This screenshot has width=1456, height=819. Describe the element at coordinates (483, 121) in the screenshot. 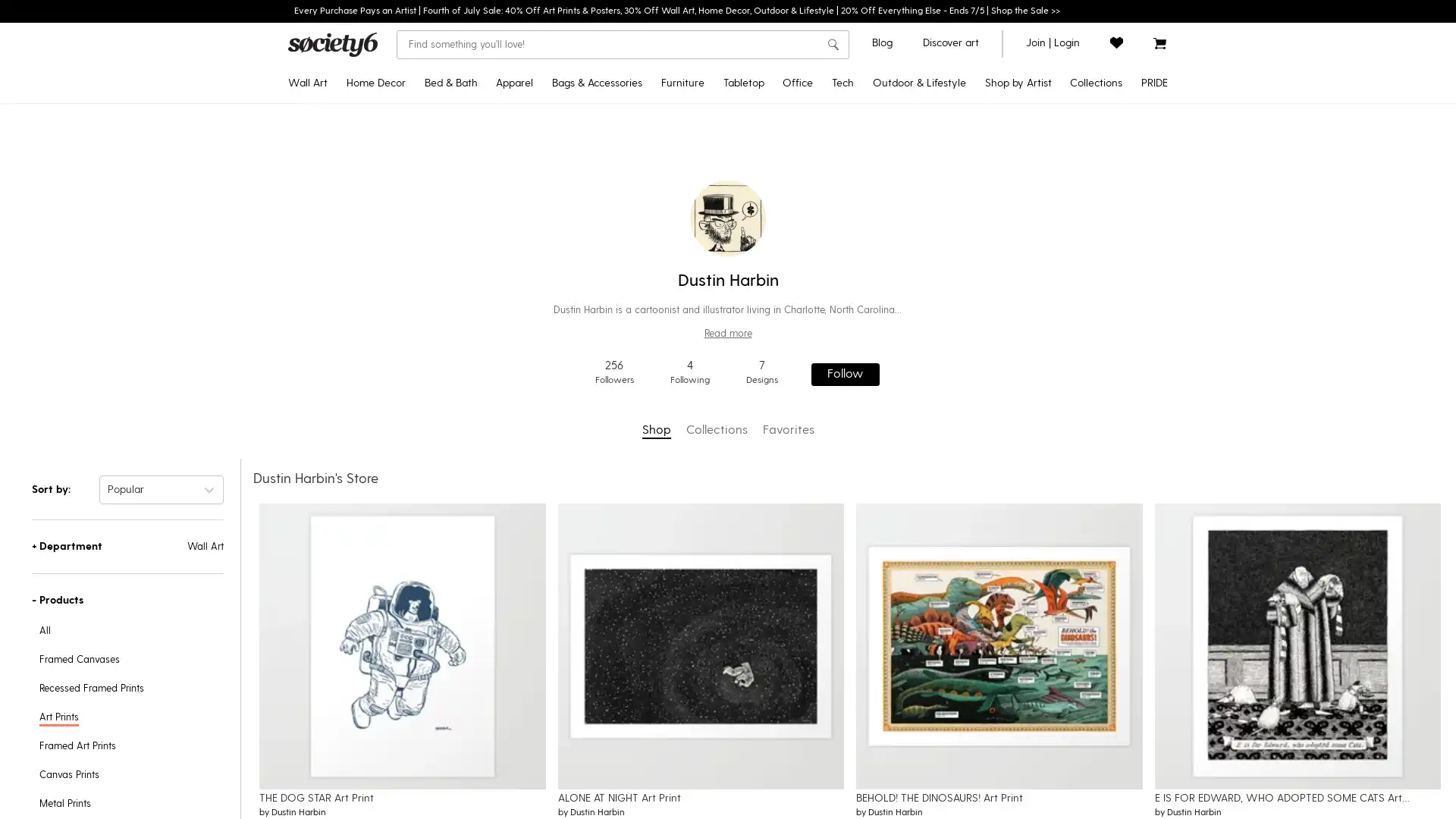

I see `Comforters` at that location.